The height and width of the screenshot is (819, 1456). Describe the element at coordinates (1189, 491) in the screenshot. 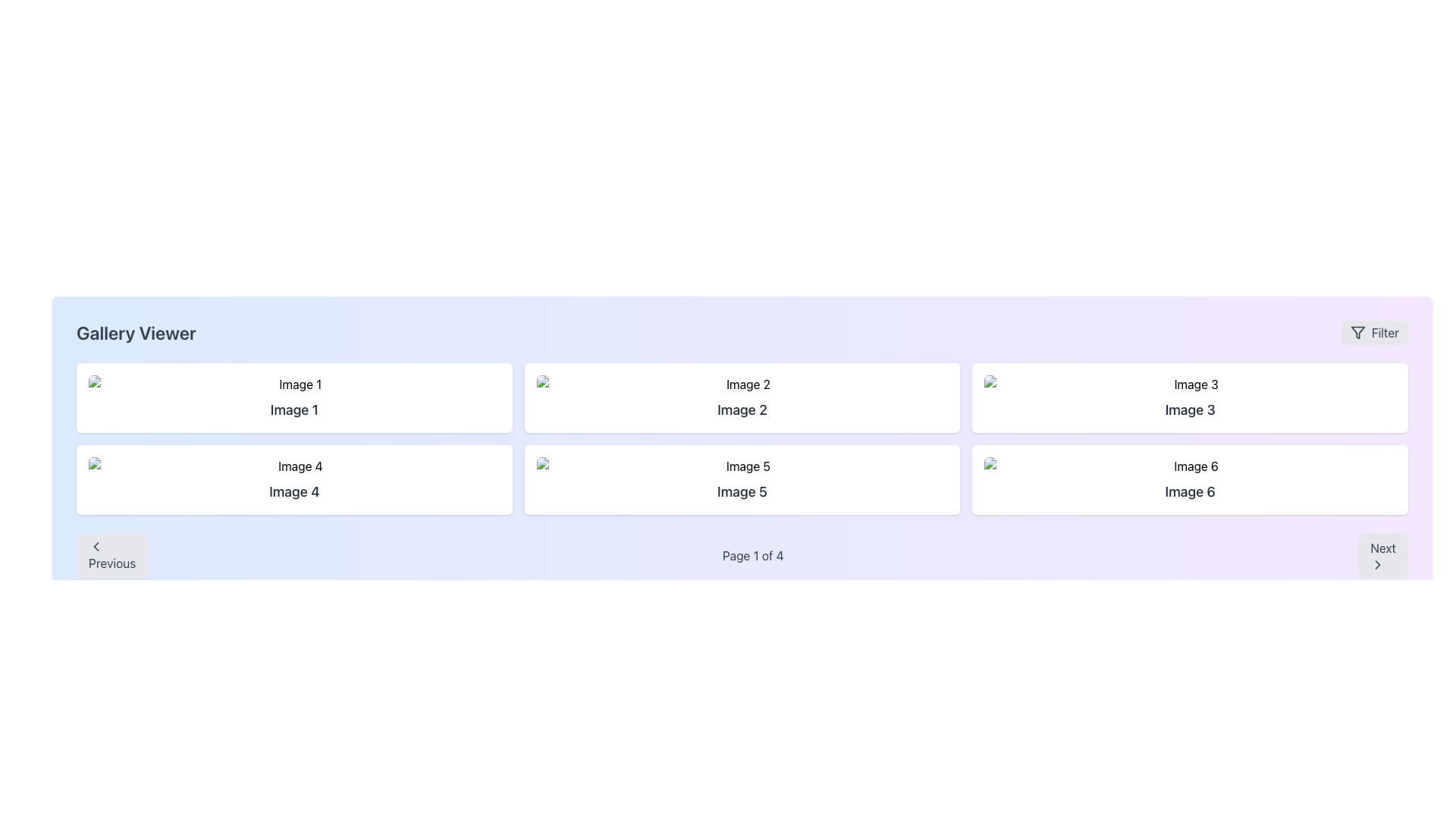

I see `text label positioned below the 'Image 6' thumbnail in the sixth tile of a grid layout, which provides descriptive context for the image` at that location.